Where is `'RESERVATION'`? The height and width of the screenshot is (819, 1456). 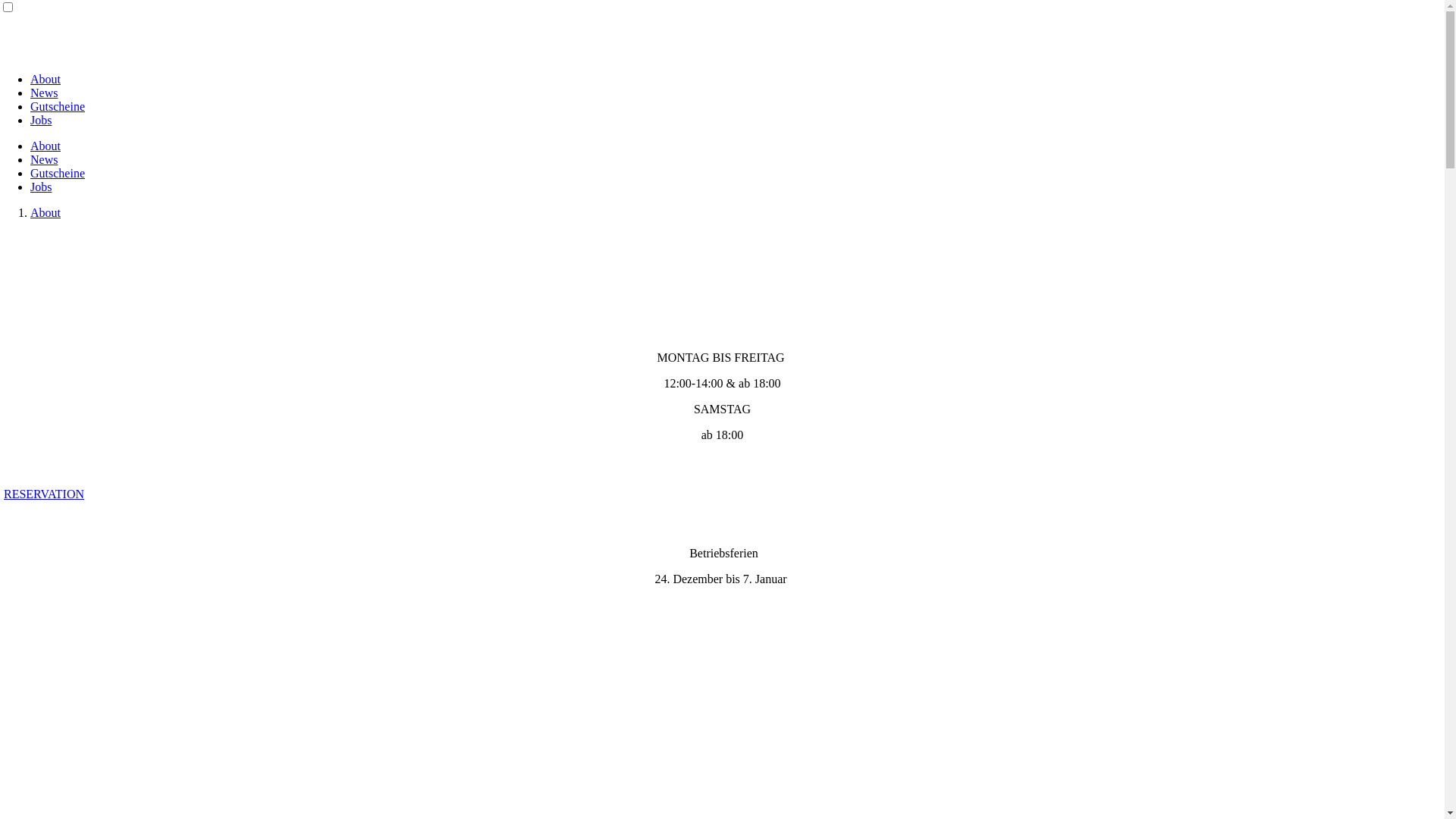 'RESERVATION' is located at coordinates (43, 494).